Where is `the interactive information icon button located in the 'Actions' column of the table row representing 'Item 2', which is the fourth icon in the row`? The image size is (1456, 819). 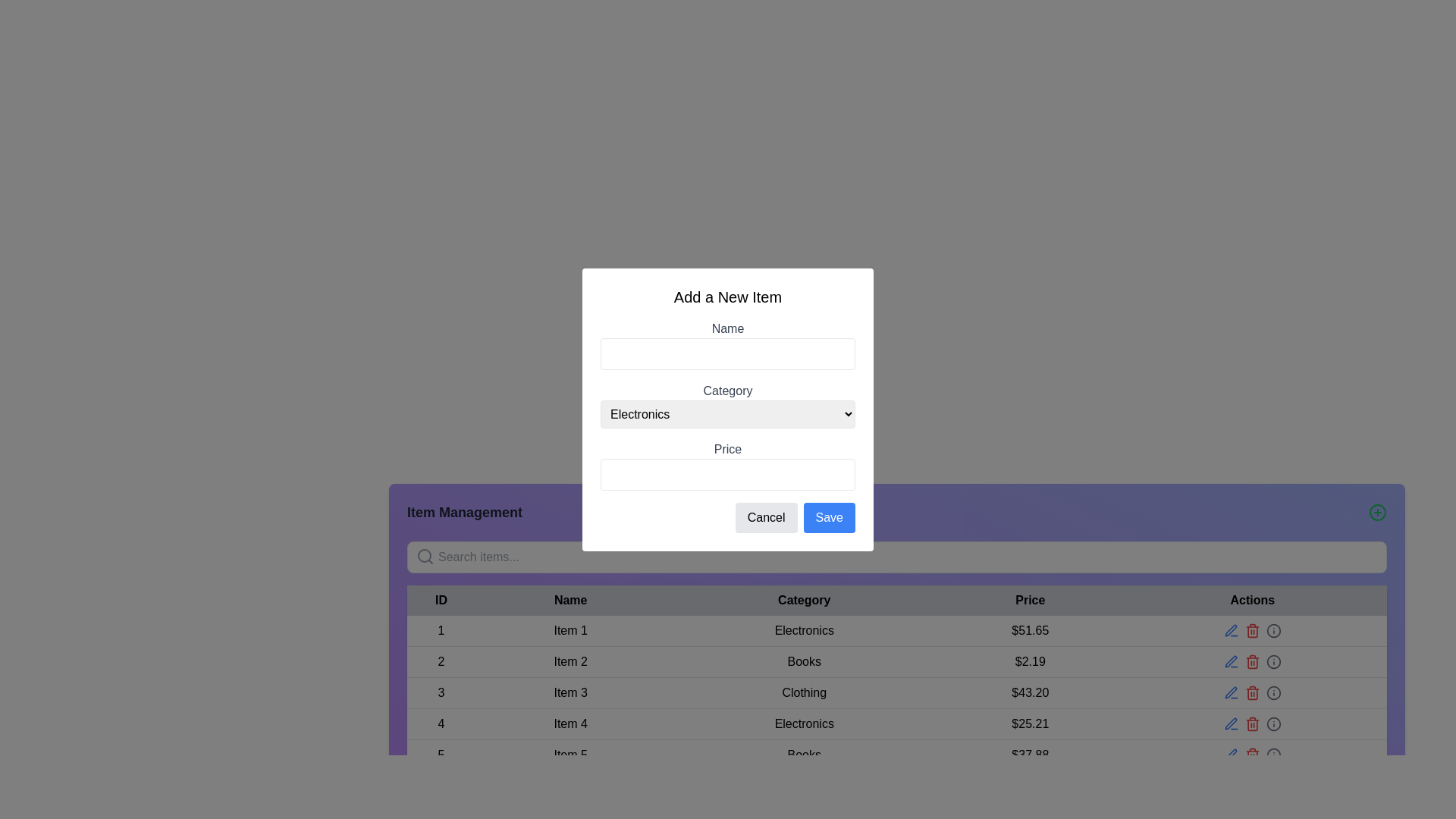 the interactive information icon button located in the 'Actions' column of the table row representing 'Item 2', which is the fourth icon in the row is located at coordinates (1273, 661).